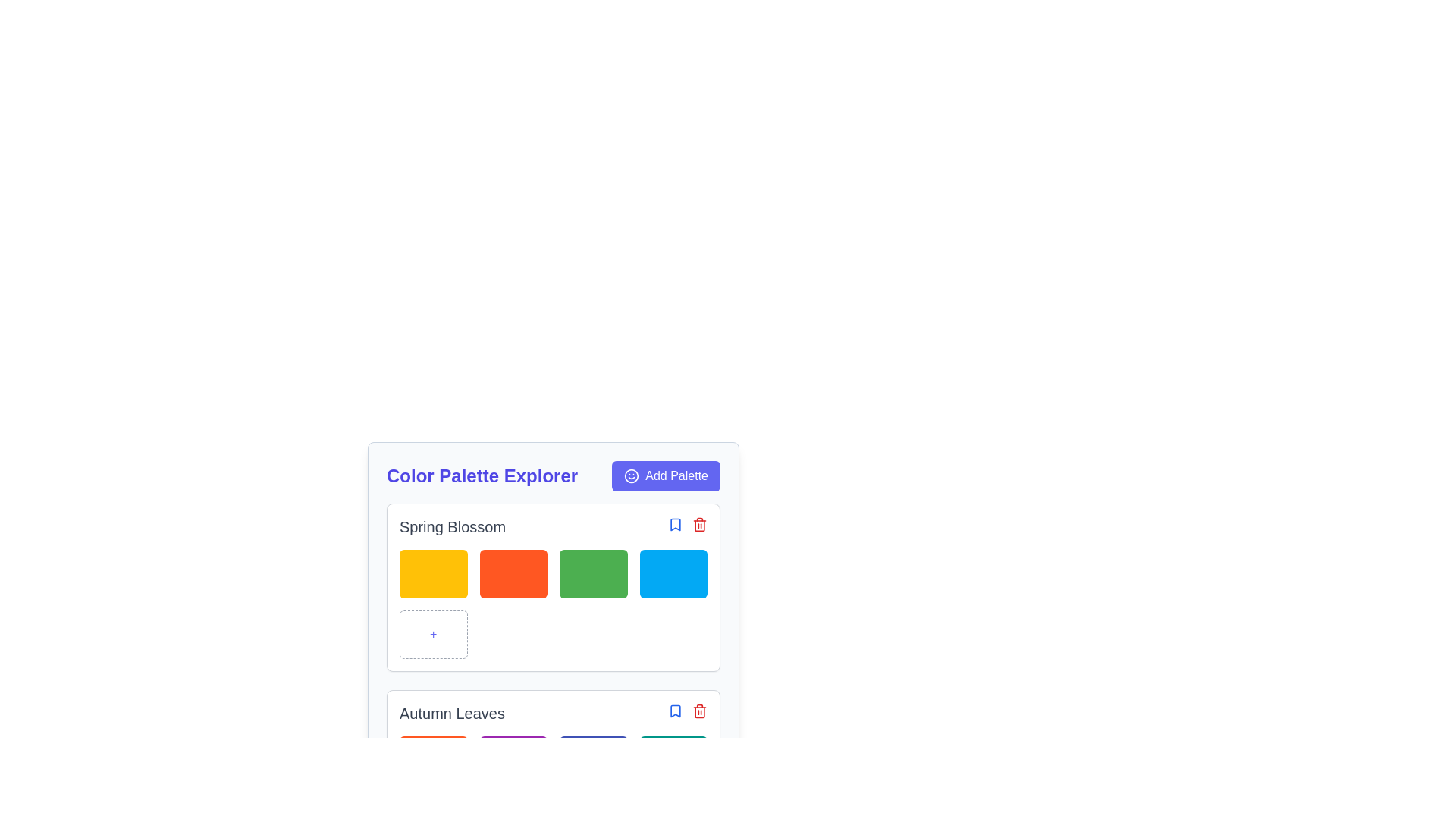 The width and height of the screenshot is (1456, 819). I want to click on the 'Add Palette' button, which features a blue background, rounded corners, and white text with a smiley face icon, so click(666, 475).